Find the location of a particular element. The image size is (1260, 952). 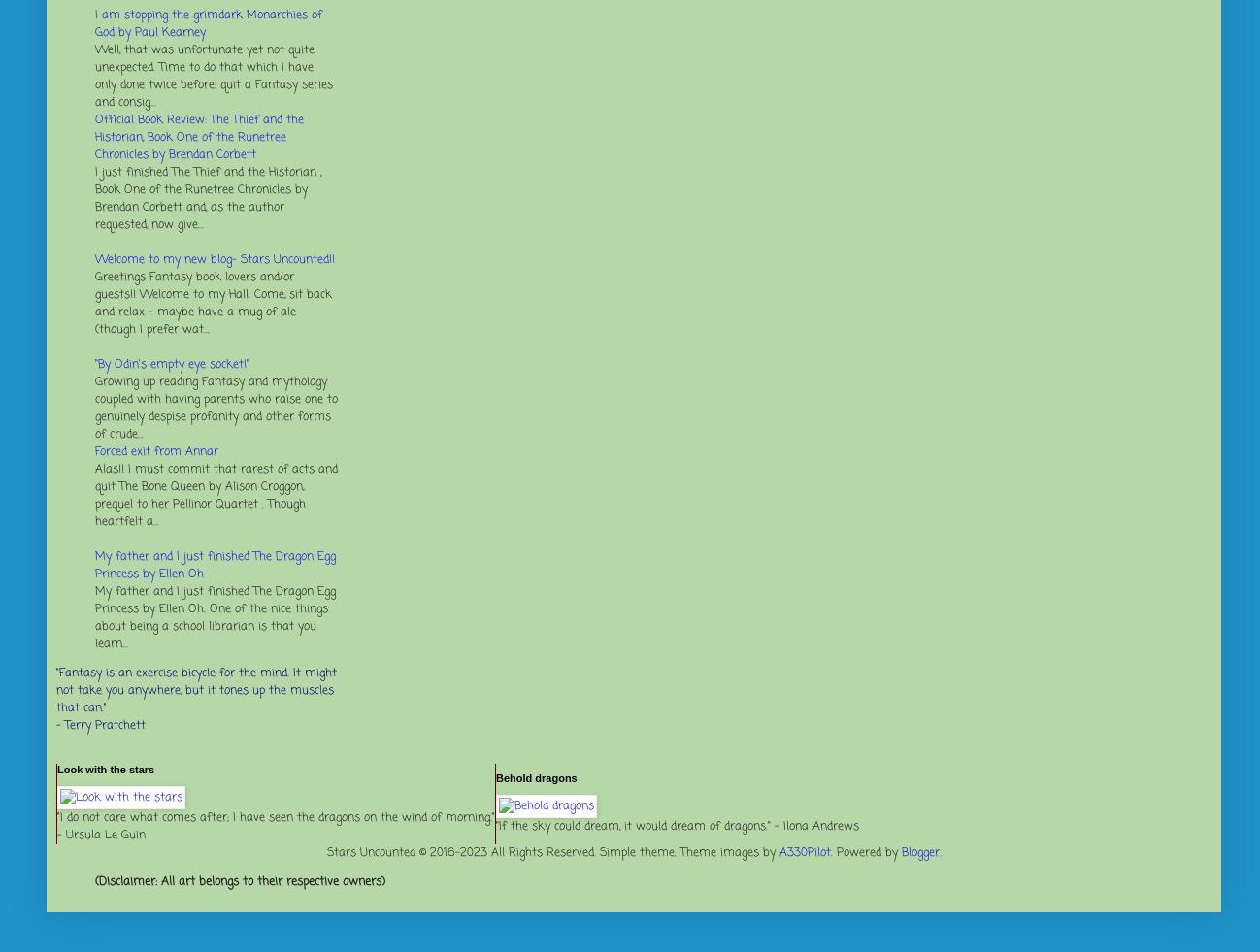

'- Ursula Le Guin' is located at coordinates (101, 836).